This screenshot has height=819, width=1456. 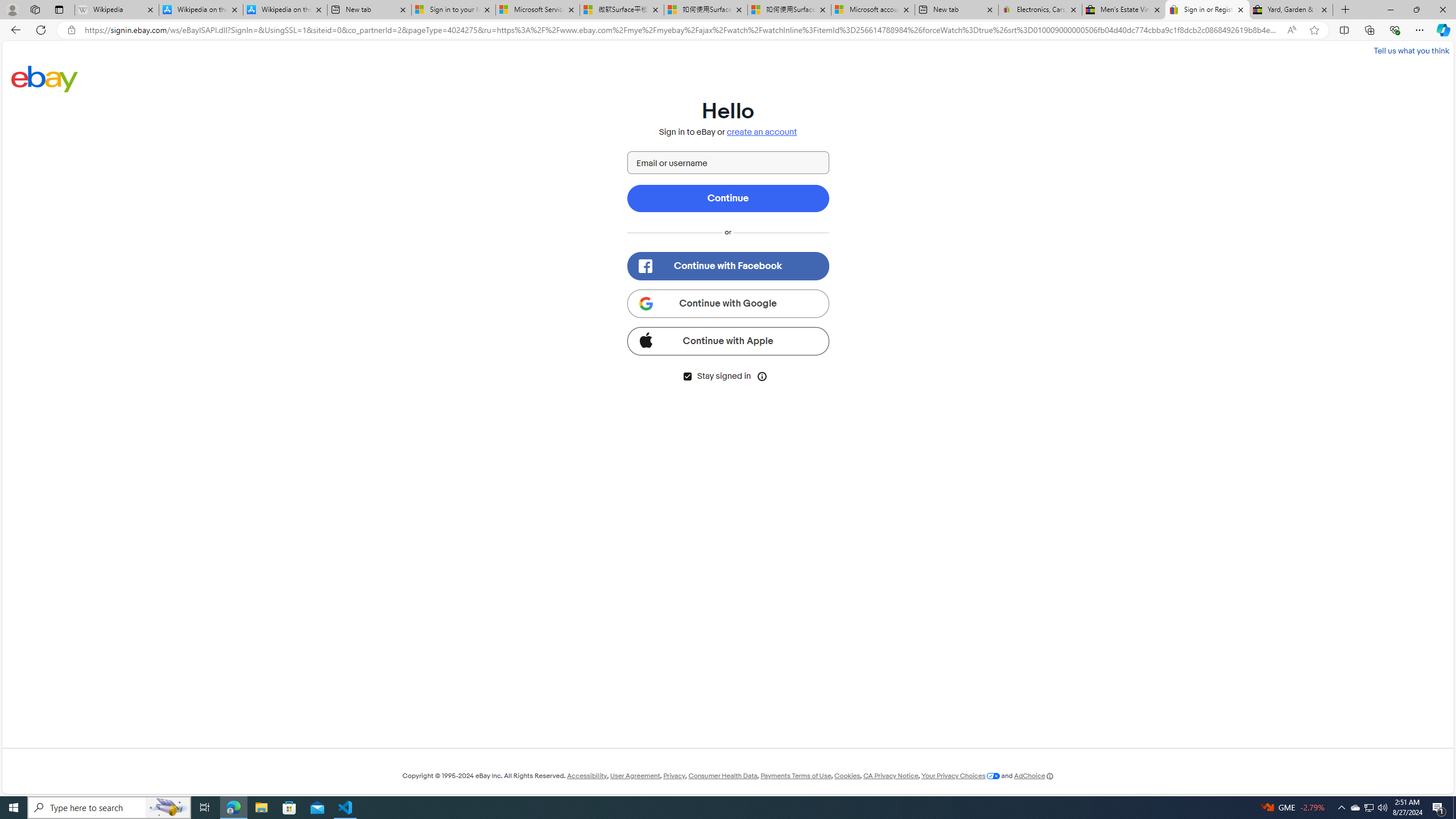 I want to click on 'Sign in to your Microsoft account', so click(x=453, y=9).